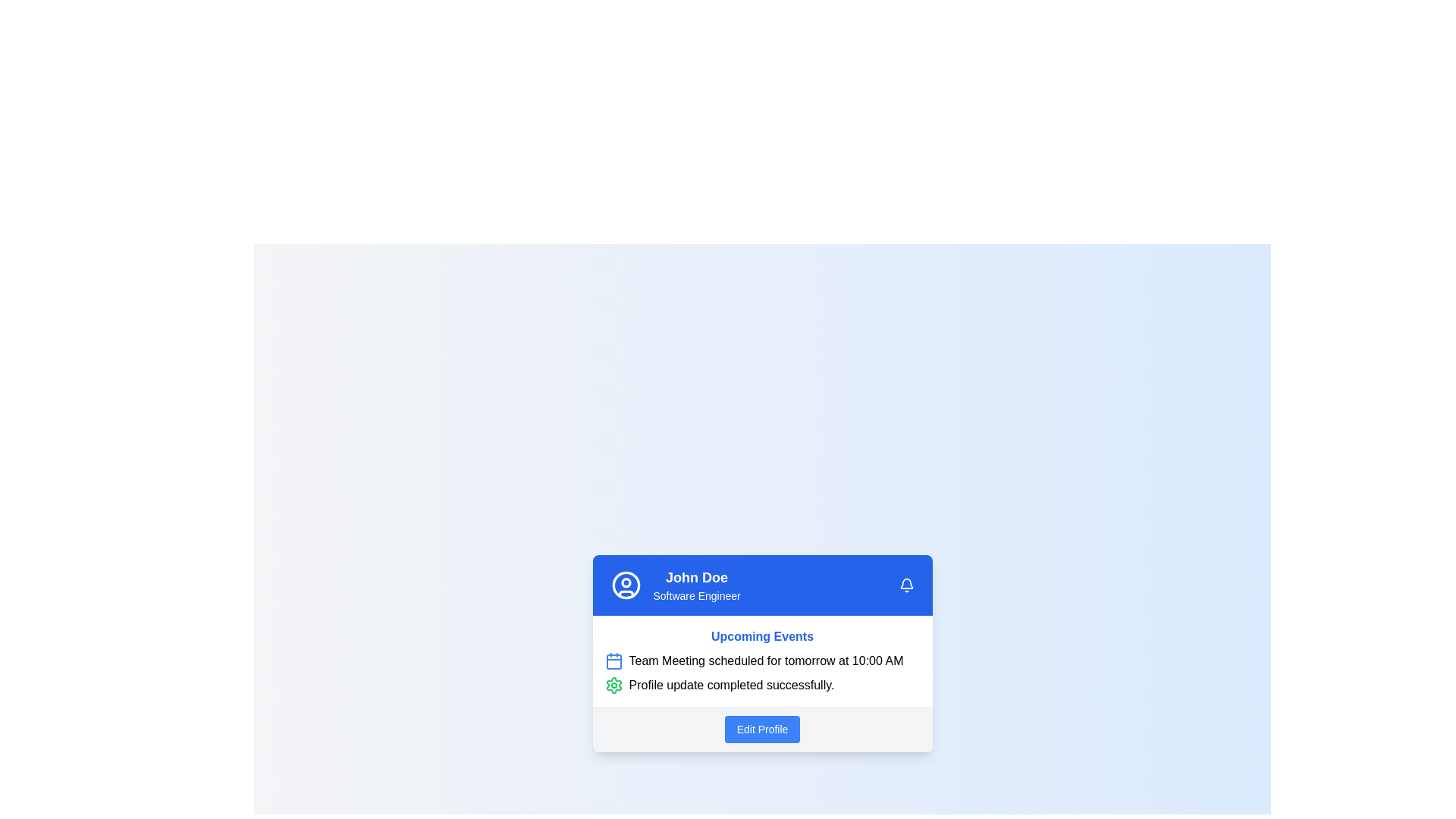 This screenshot has height=819, width=1456. I want to click on informational text 'Profile update completed successfully.' which is accompanied by a green gear icon, located in the center-bottom area of the profile card, directly below the 'Team Meeting scheduled for tomorrow at 10:00 AM.', so click(762, 685).